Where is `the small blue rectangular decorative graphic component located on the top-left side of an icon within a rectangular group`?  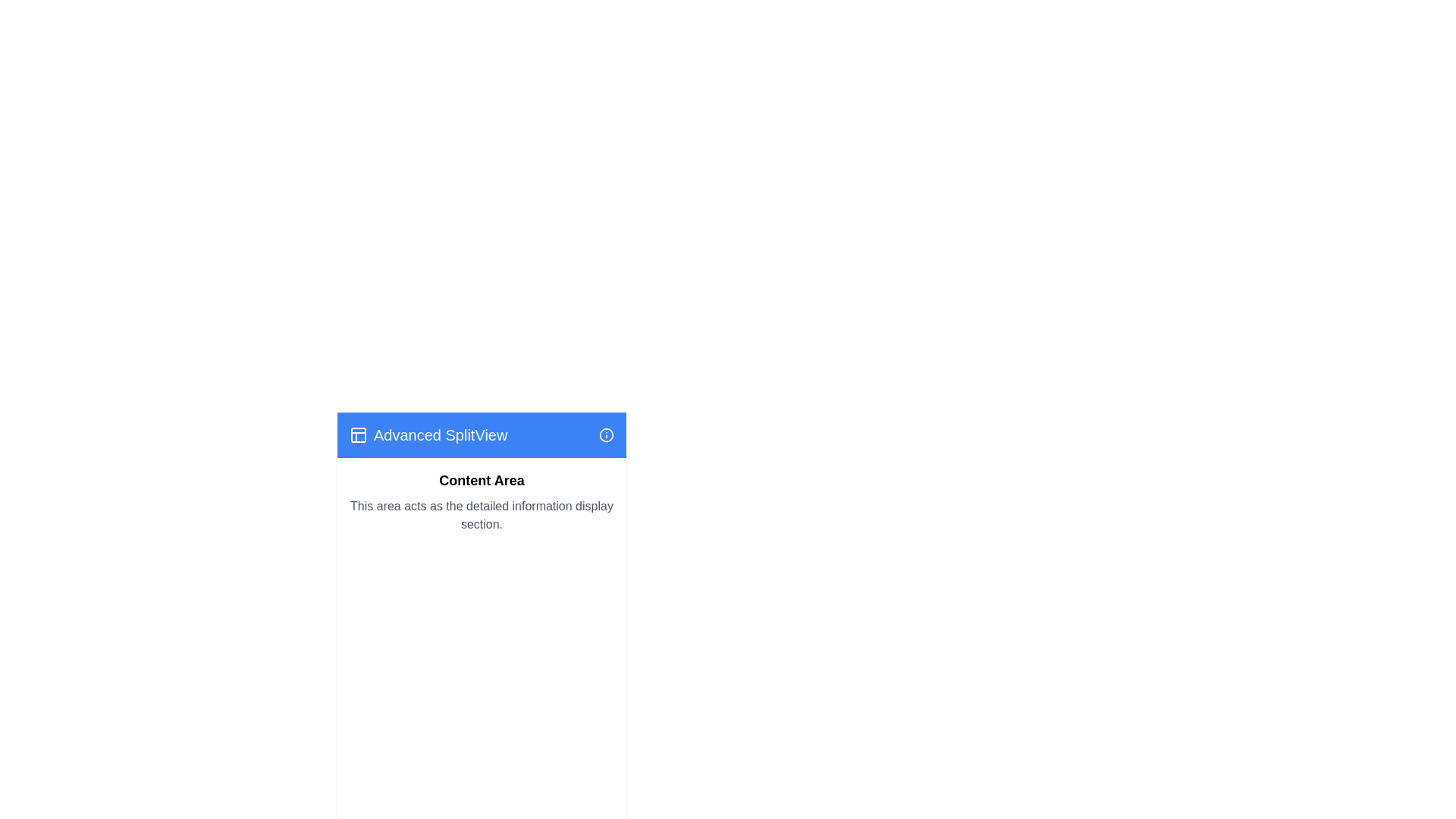
the small blue rectangular decorative graphic component located on the top-left side of an icon within a rectangular group is located at coordinates (358, 435).